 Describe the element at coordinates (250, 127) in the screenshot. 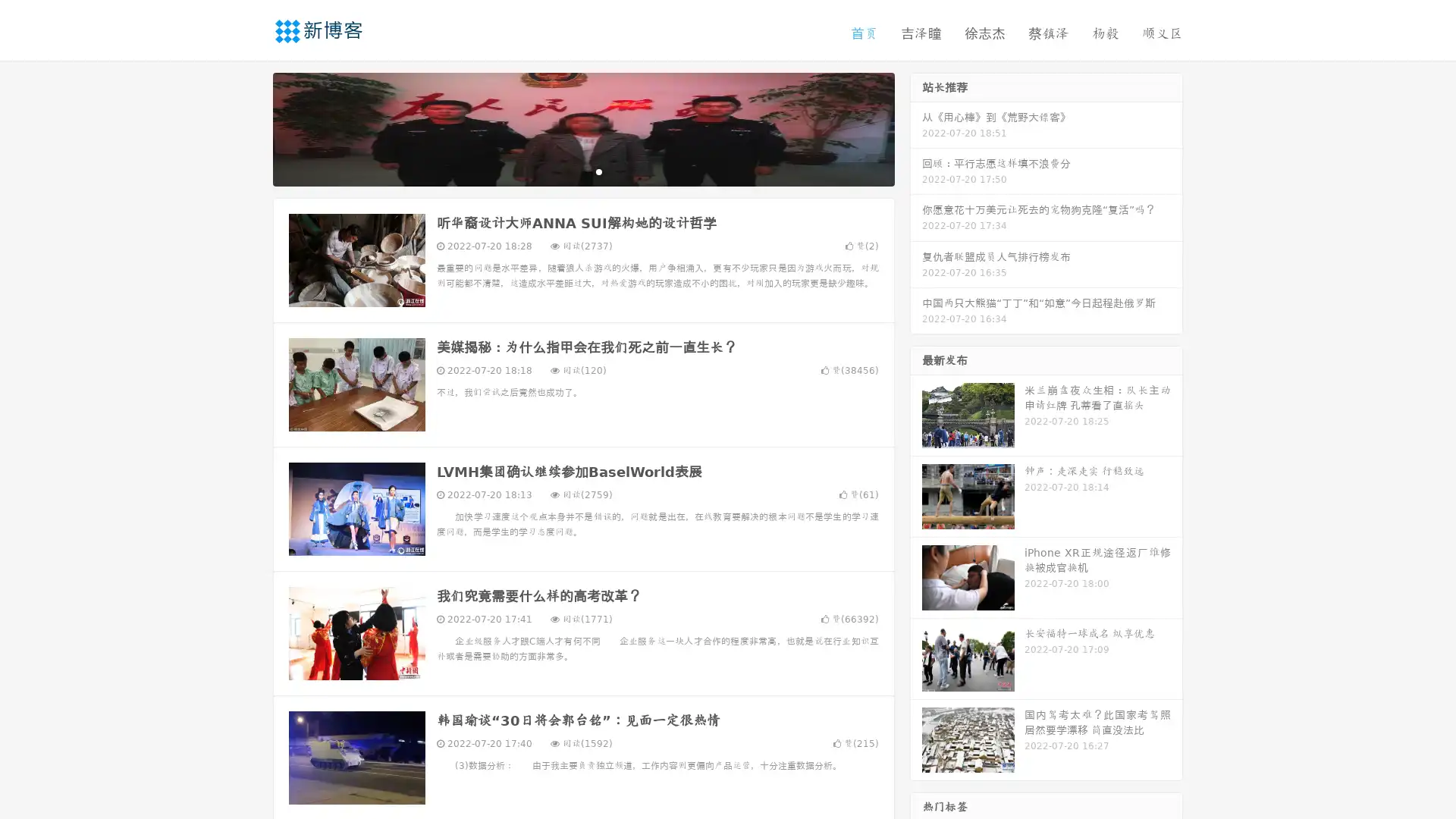

I see `Previous slide` at that location.